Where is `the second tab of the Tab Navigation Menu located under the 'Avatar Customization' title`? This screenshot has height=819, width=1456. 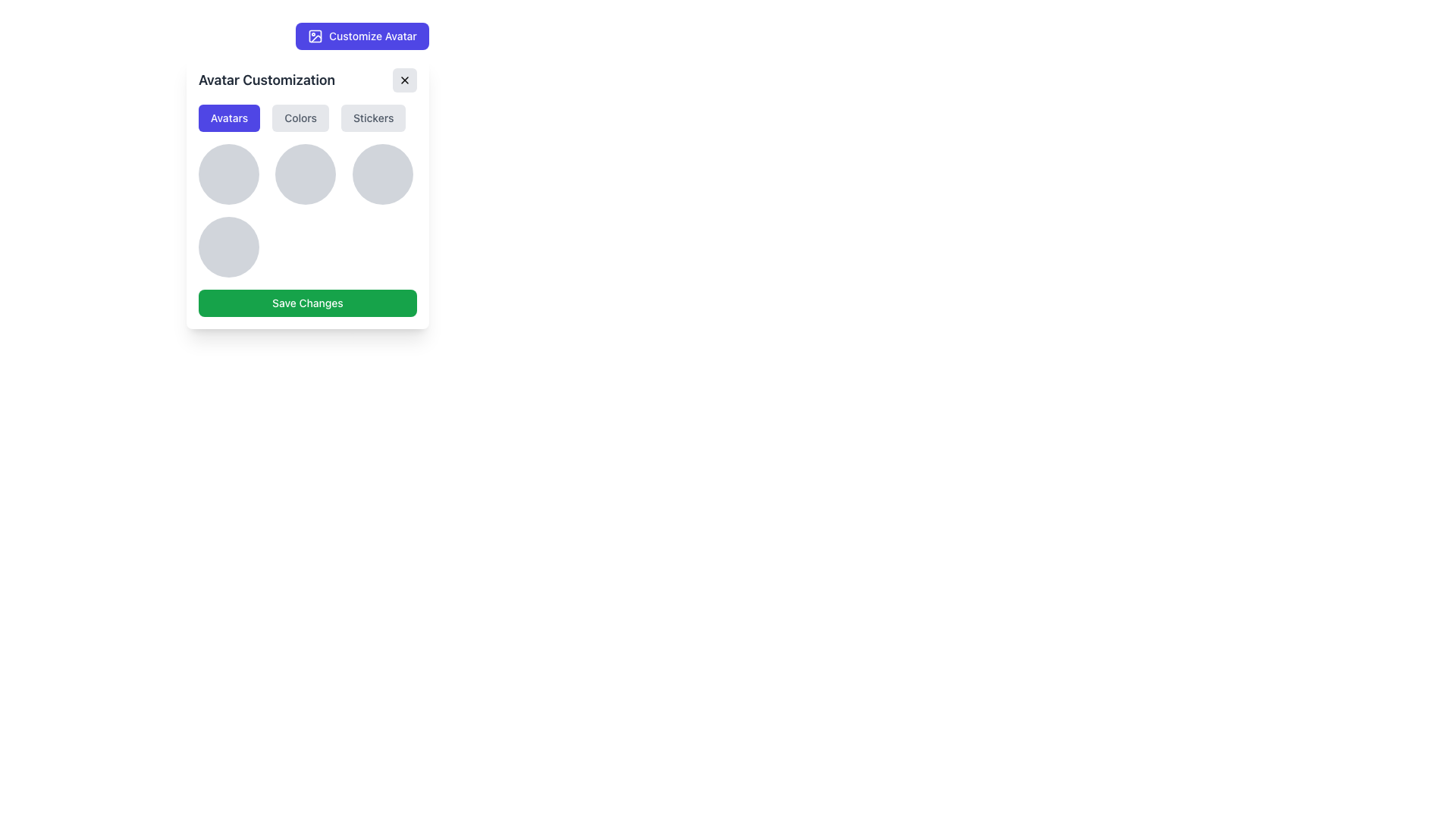 the second tab of the Tab Navigation Menu located under the 'Avatar Customization' title is located at coordinates (306, 117).